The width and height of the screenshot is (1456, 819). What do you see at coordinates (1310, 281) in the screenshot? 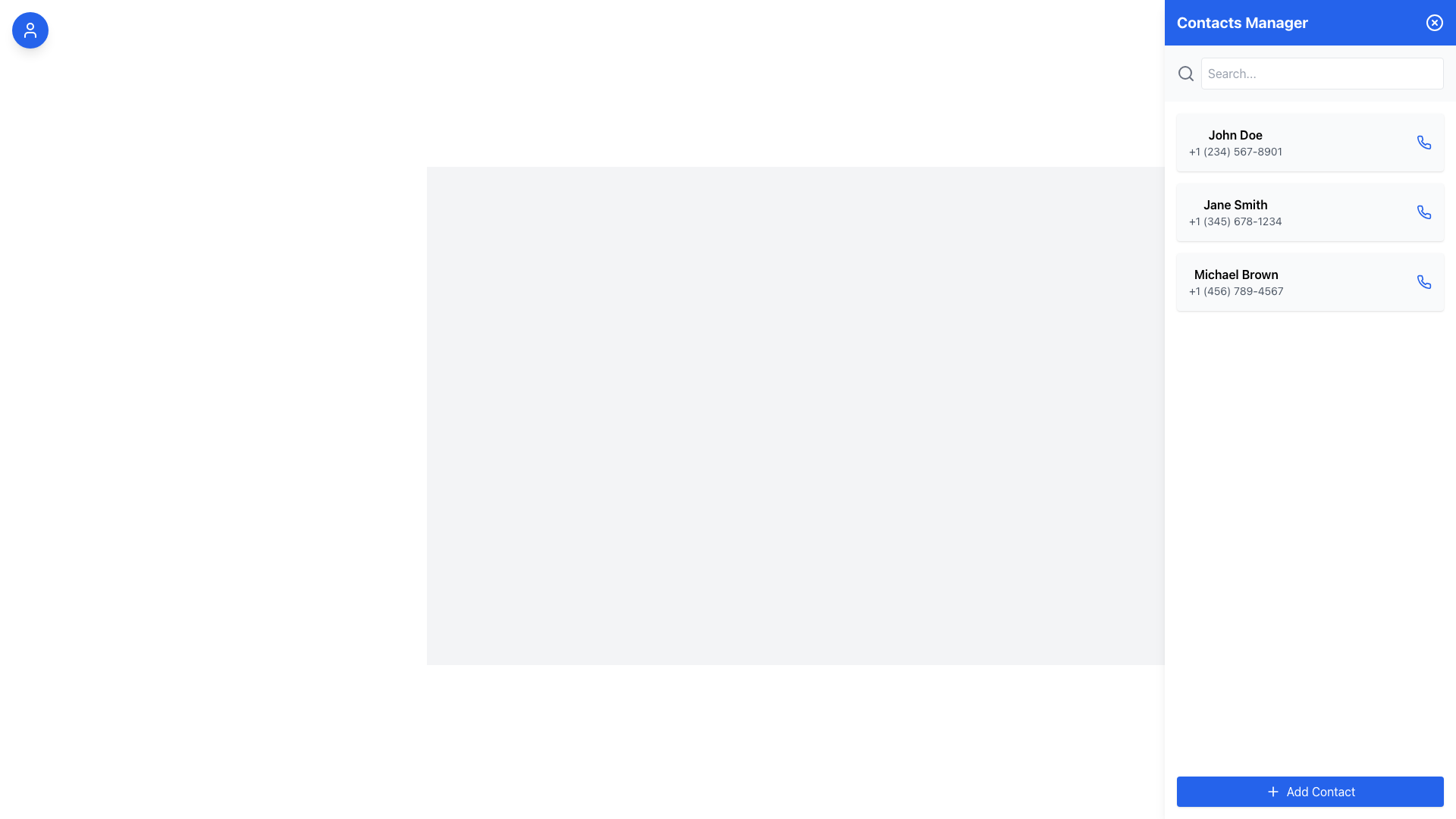
I see `the contact list item for 'Michael Brown'` at bounding box center [1310, 281].